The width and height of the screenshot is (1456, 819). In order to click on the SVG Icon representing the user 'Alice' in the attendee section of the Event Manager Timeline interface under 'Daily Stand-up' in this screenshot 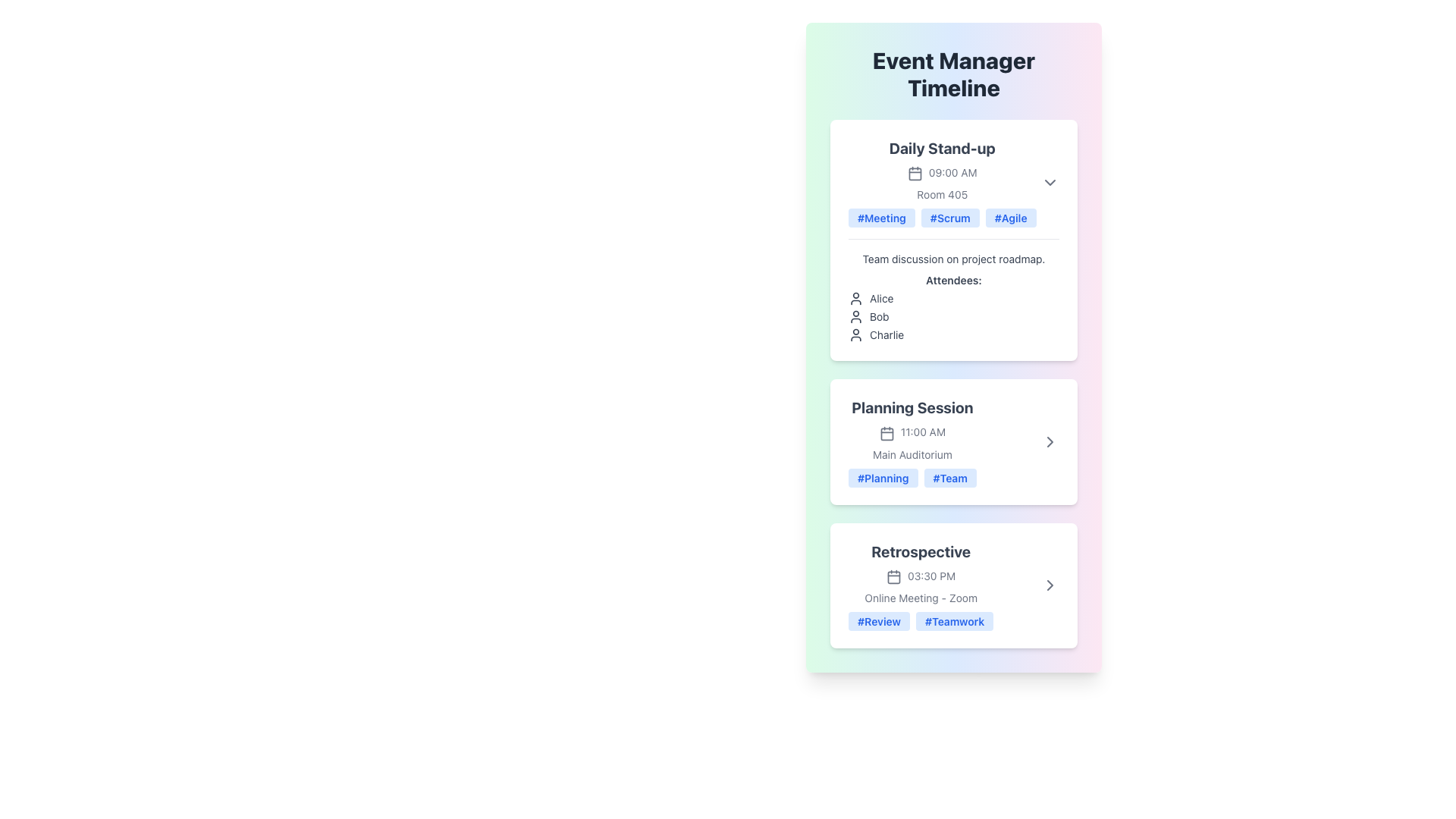, I will do `click(855, 298)`.